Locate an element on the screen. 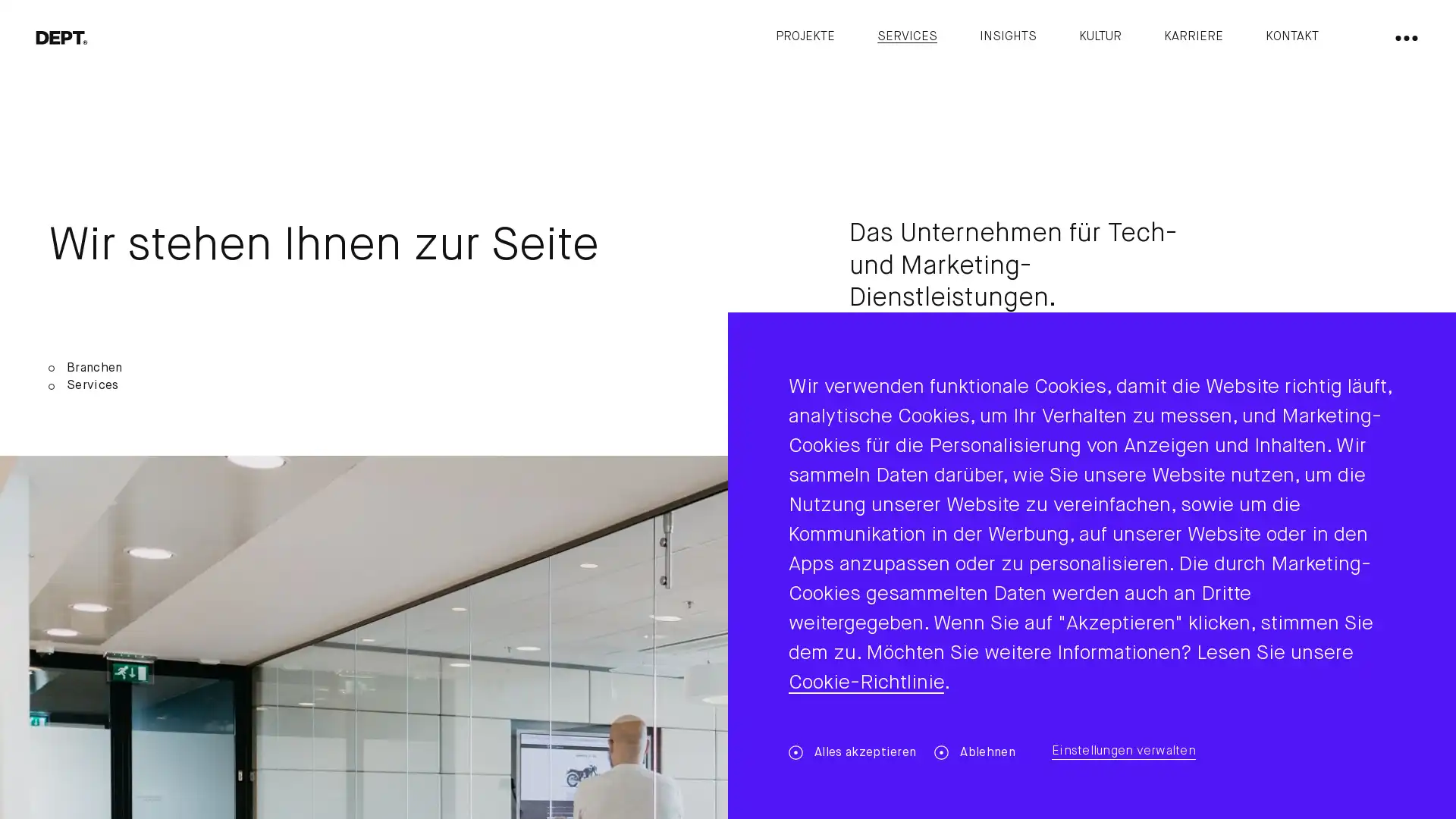 This screenshot has height=819, width=1456. Ablehnen is located at coordinates (974, 752).